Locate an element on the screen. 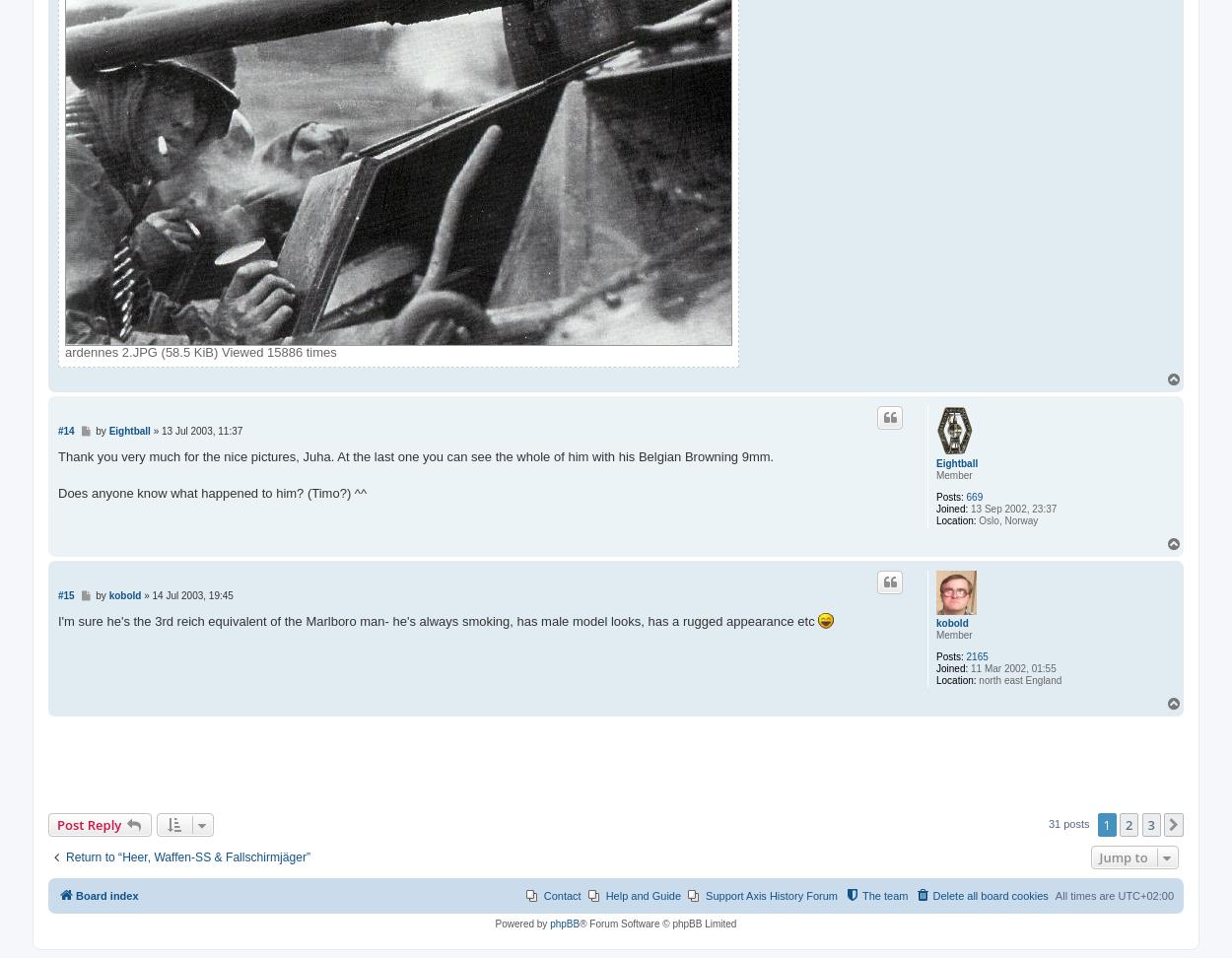  'Post Reply' is located at coordinates (88, 823).